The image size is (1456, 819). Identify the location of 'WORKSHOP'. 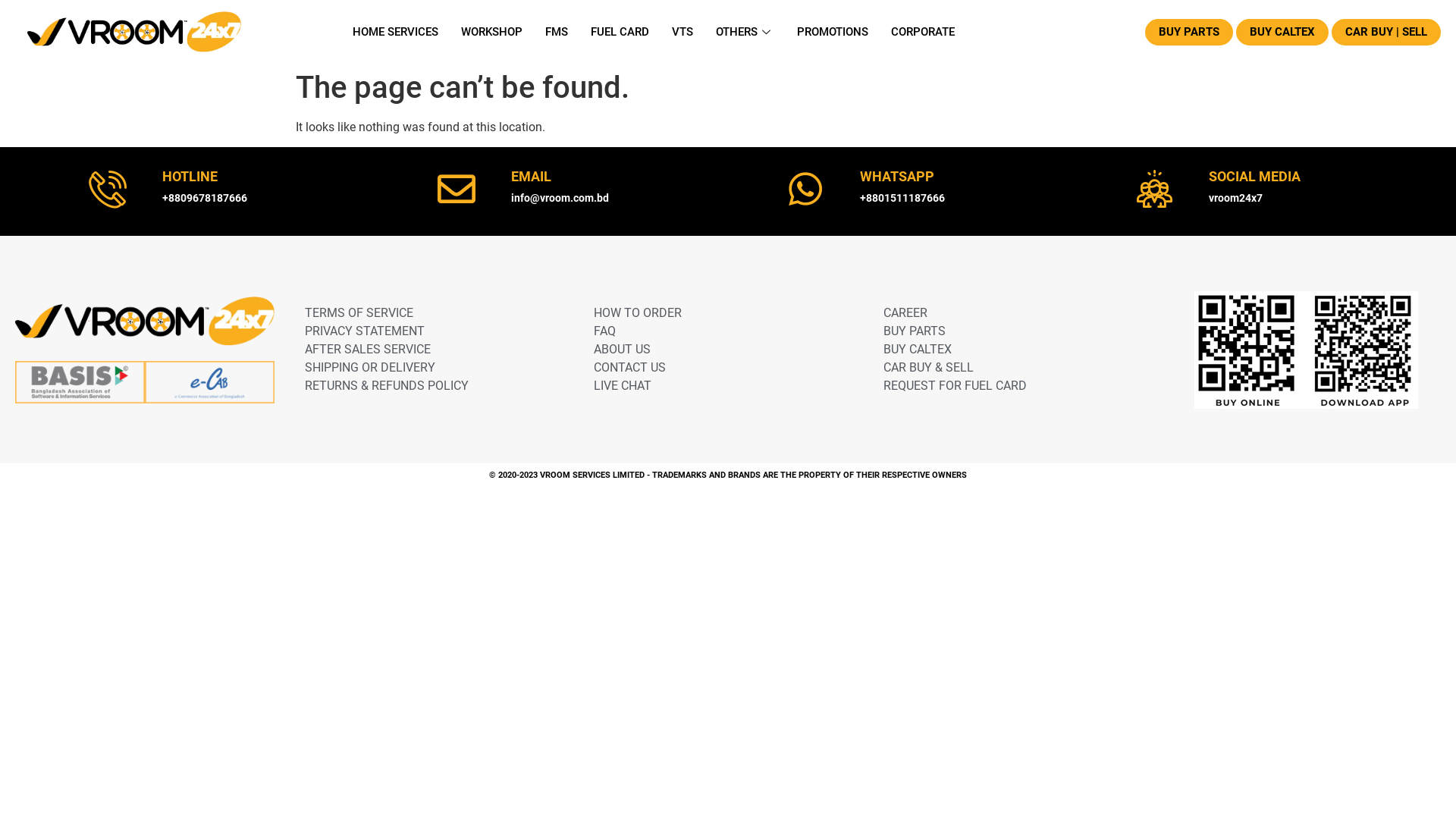
(491, 32).